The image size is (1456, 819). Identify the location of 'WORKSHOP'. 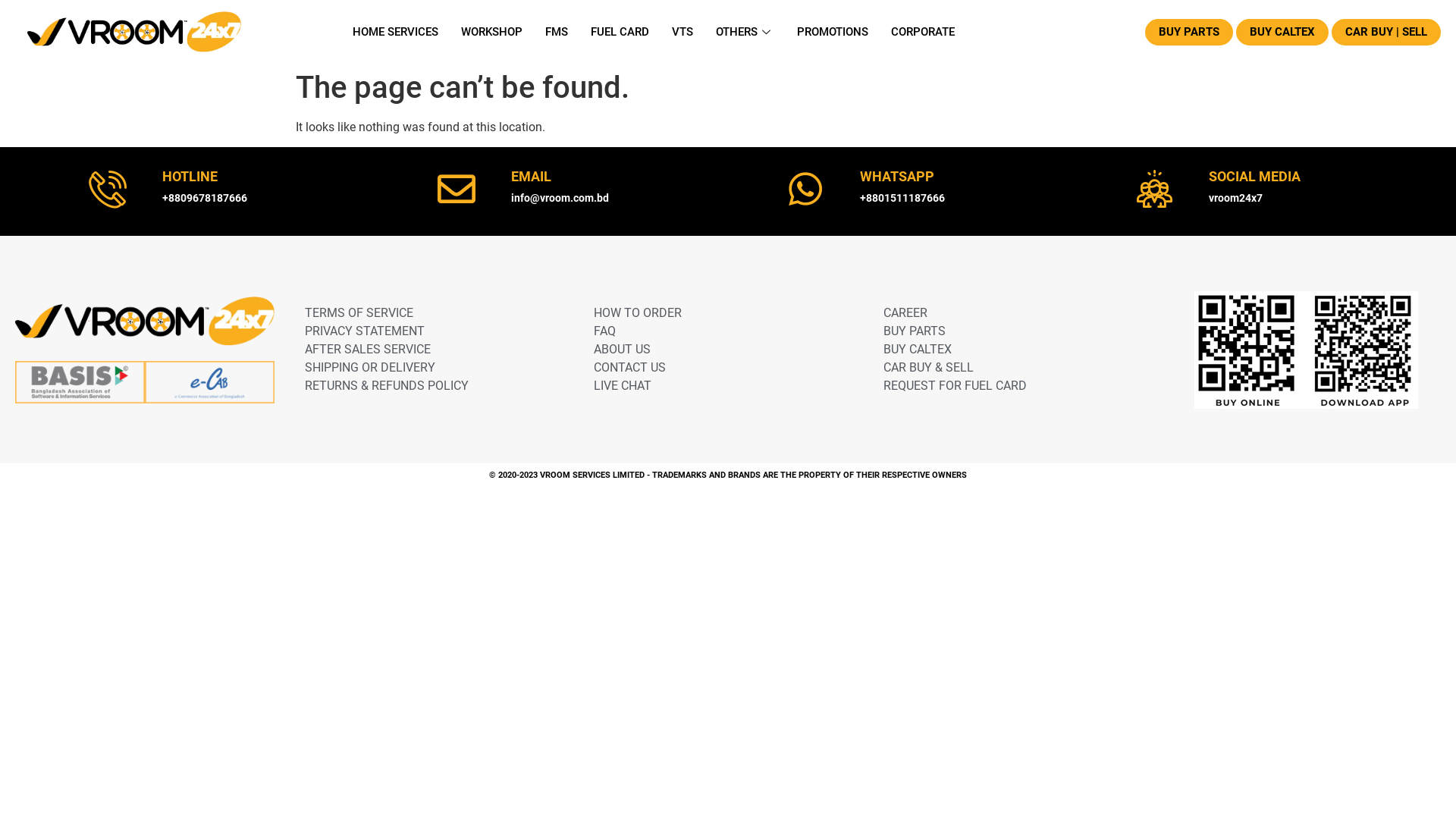
(491, 32).